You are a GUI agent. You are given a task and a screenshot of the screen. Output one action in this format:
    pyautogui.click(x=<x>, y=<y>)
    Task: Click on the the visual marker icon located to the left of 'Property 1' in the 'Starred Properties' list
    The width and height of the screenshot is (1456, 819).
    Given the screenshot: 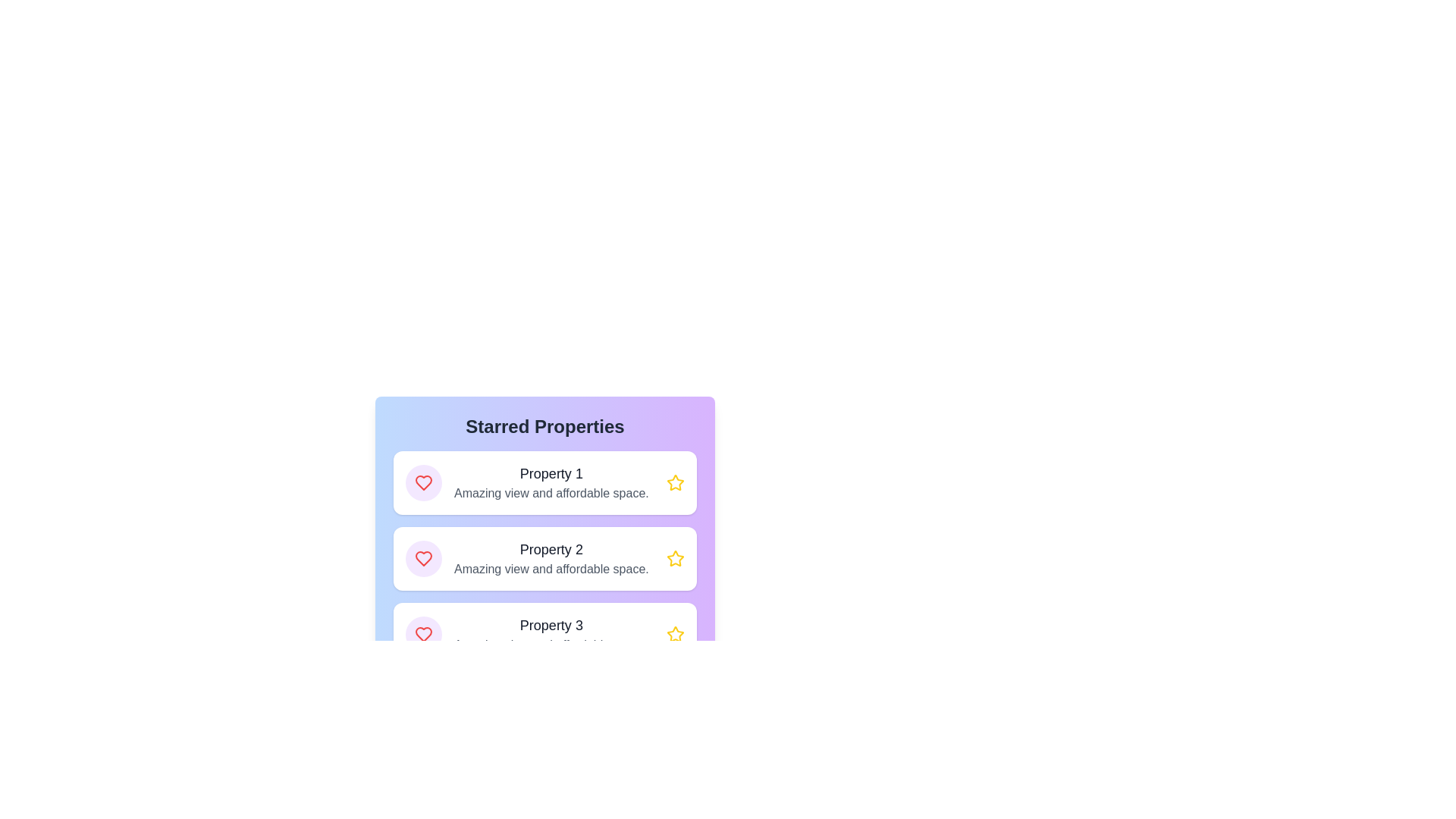 What is the action you would take?
    pyautogui.click(x=423, y=482)
    